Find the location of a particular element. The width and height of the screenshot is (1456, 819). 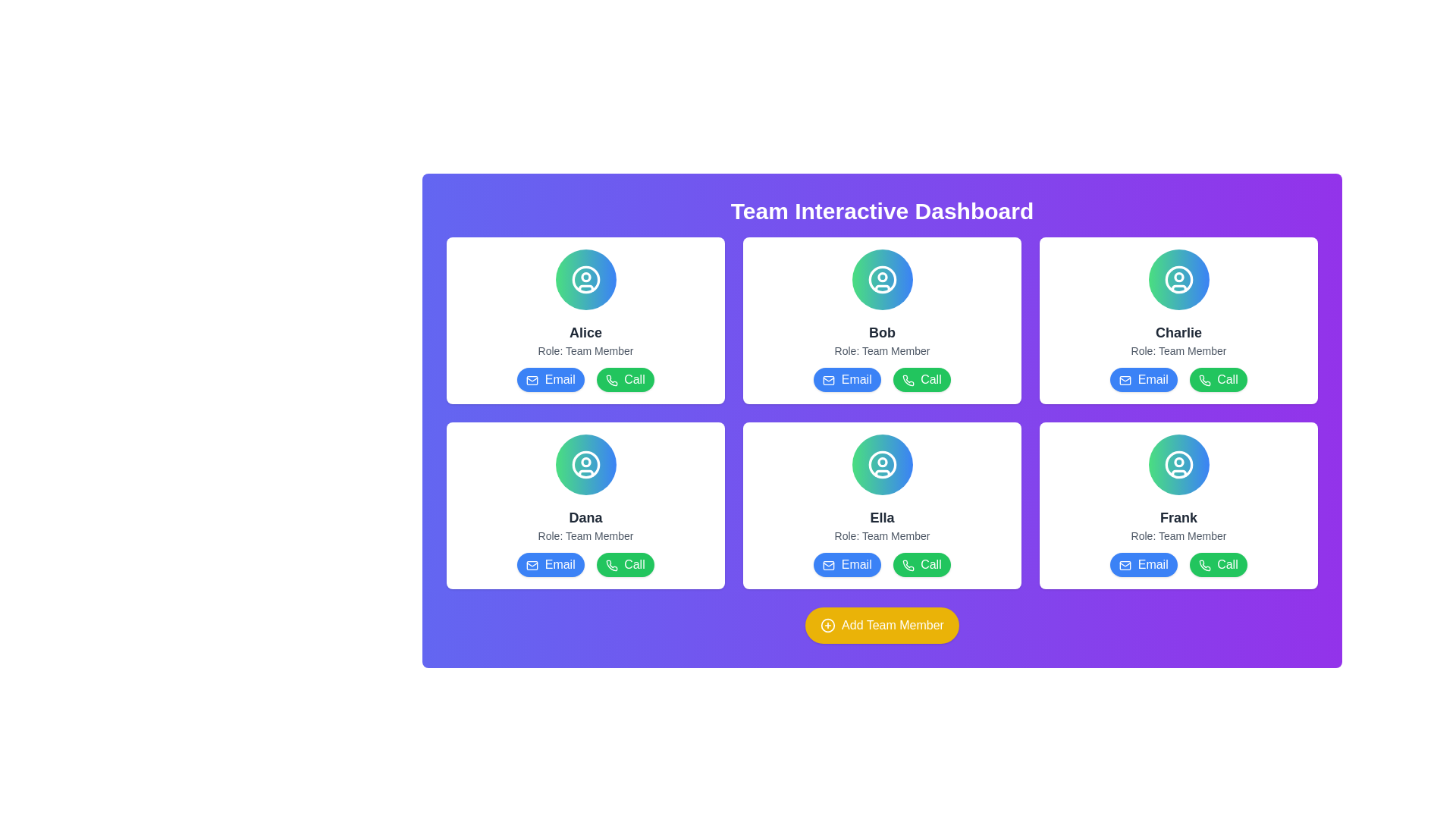

the Static Text displaying the role information for the associated individual, located below the title 'Frank' and above the buttons 'Email' and 'Call' is located at coordinates (1178, 535).